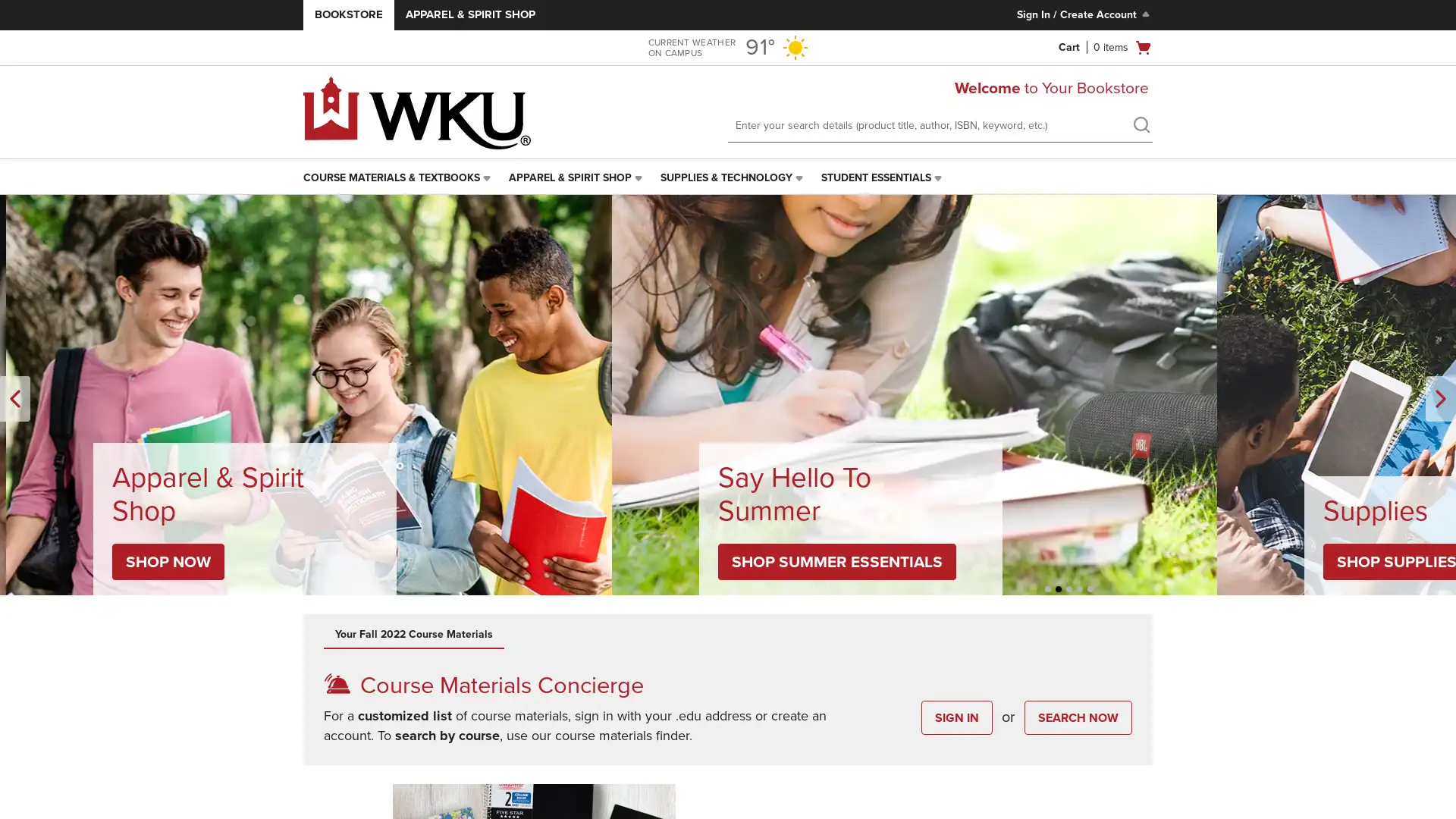 The image size is (1456, 819). Describe the element at coordinates (1077, 717) in the screenshot. I see `SEARCH NOW` at that location.